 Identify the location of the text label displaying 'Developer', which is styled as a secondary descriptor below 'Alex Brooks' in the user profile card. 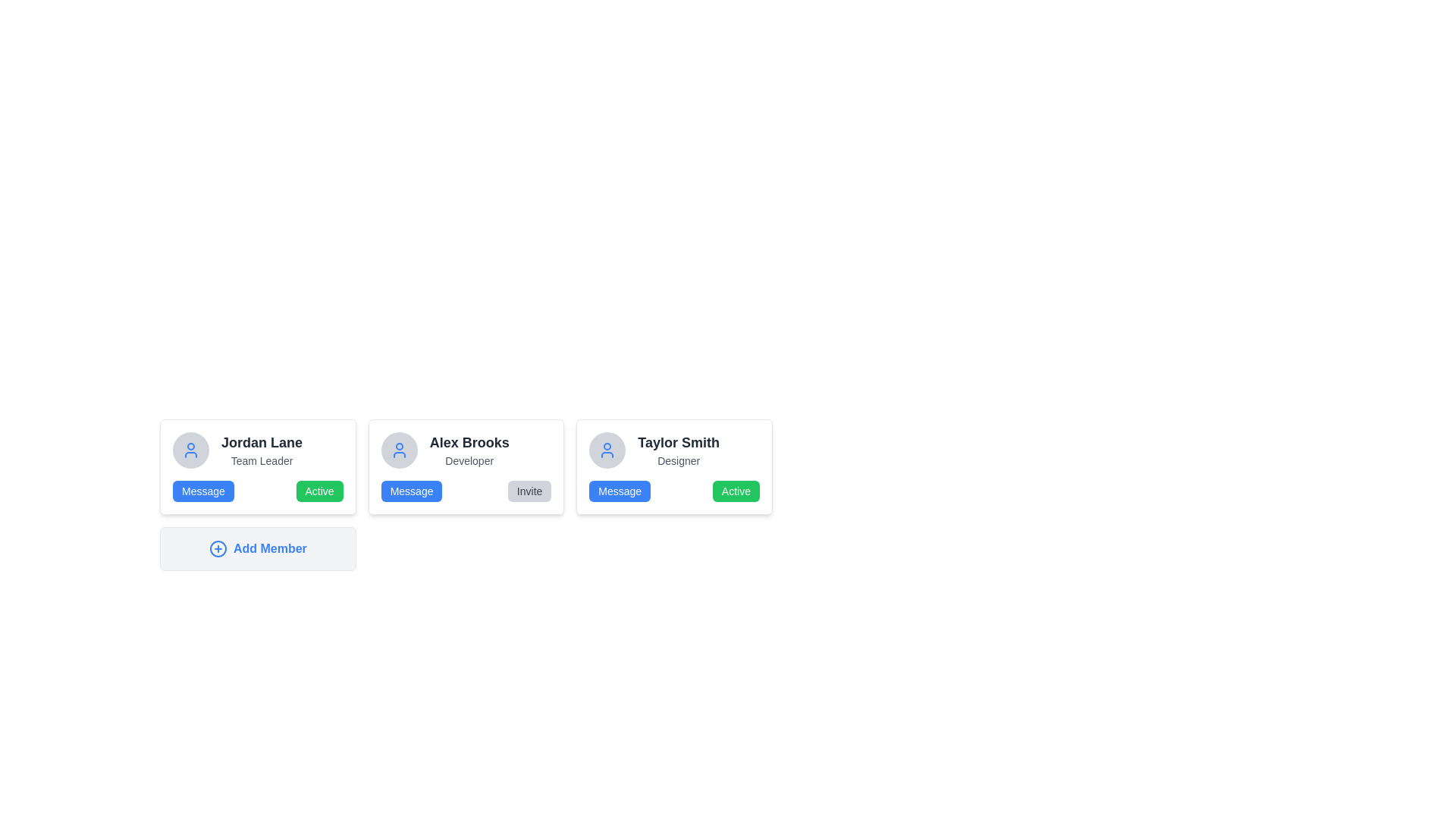
(469, 460).